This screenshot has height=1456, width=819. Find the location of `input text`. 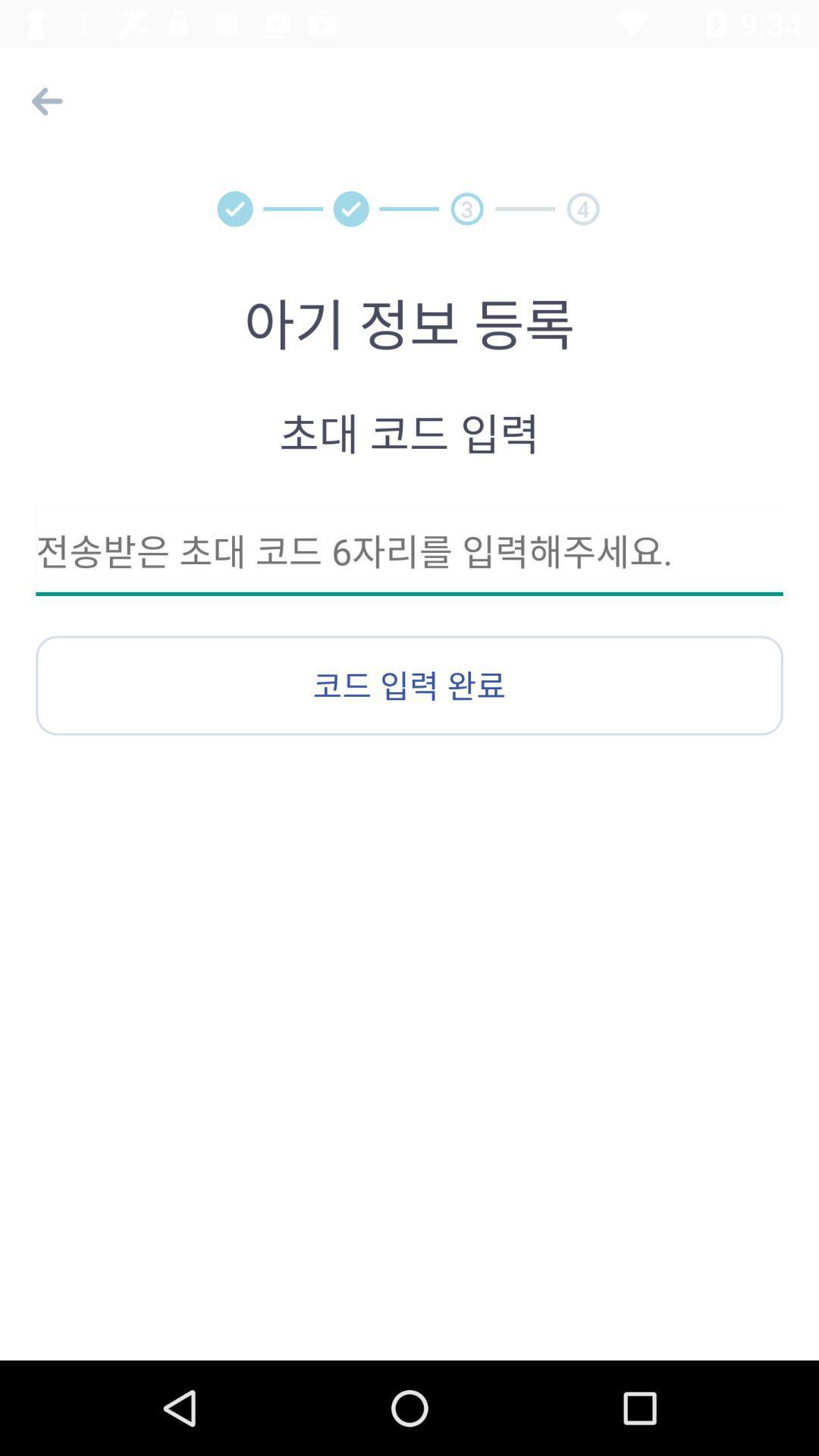

input text is located at coordinates (409, 550).